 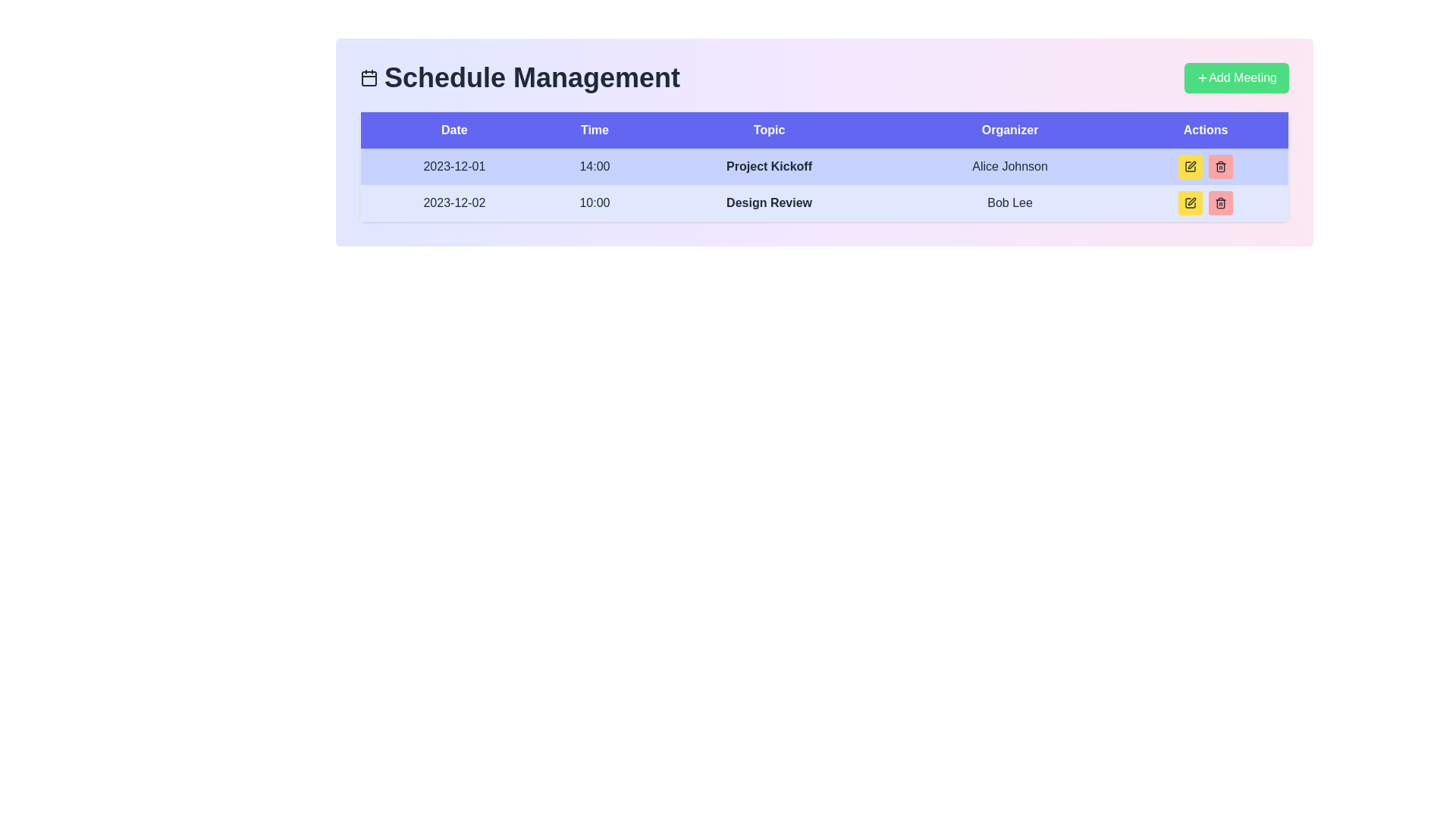 What do you see at coordinates (769, 129) in the screenshot?
I see `the third column header of the table, which serves as a descriptive label for topics, located between the 'Time' and 'Organizer' column headers` at bounding box center [769, 129].